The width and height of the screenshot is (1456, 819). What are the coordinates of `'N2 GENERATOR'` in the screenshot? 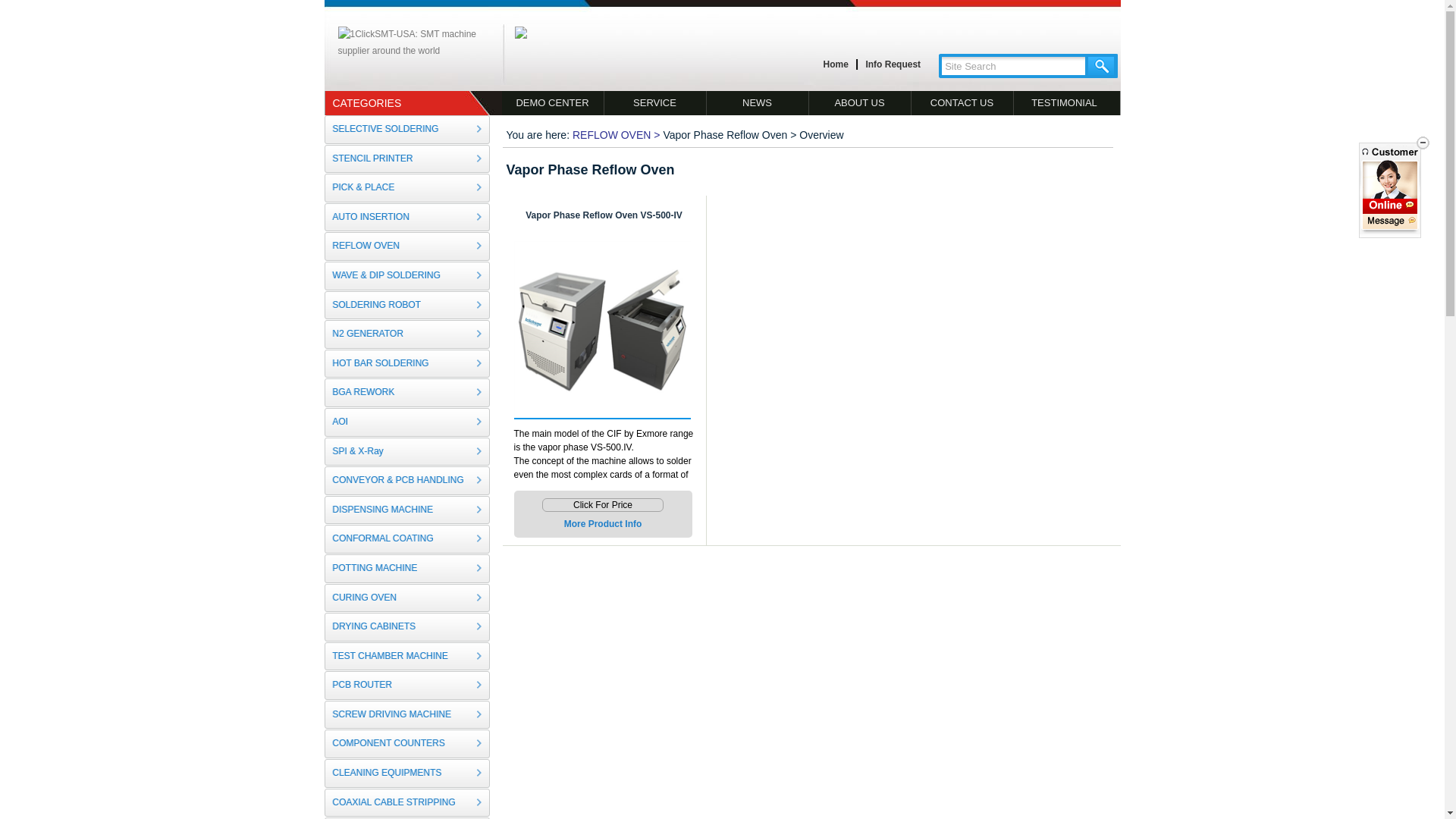 It's located at (407, 333).